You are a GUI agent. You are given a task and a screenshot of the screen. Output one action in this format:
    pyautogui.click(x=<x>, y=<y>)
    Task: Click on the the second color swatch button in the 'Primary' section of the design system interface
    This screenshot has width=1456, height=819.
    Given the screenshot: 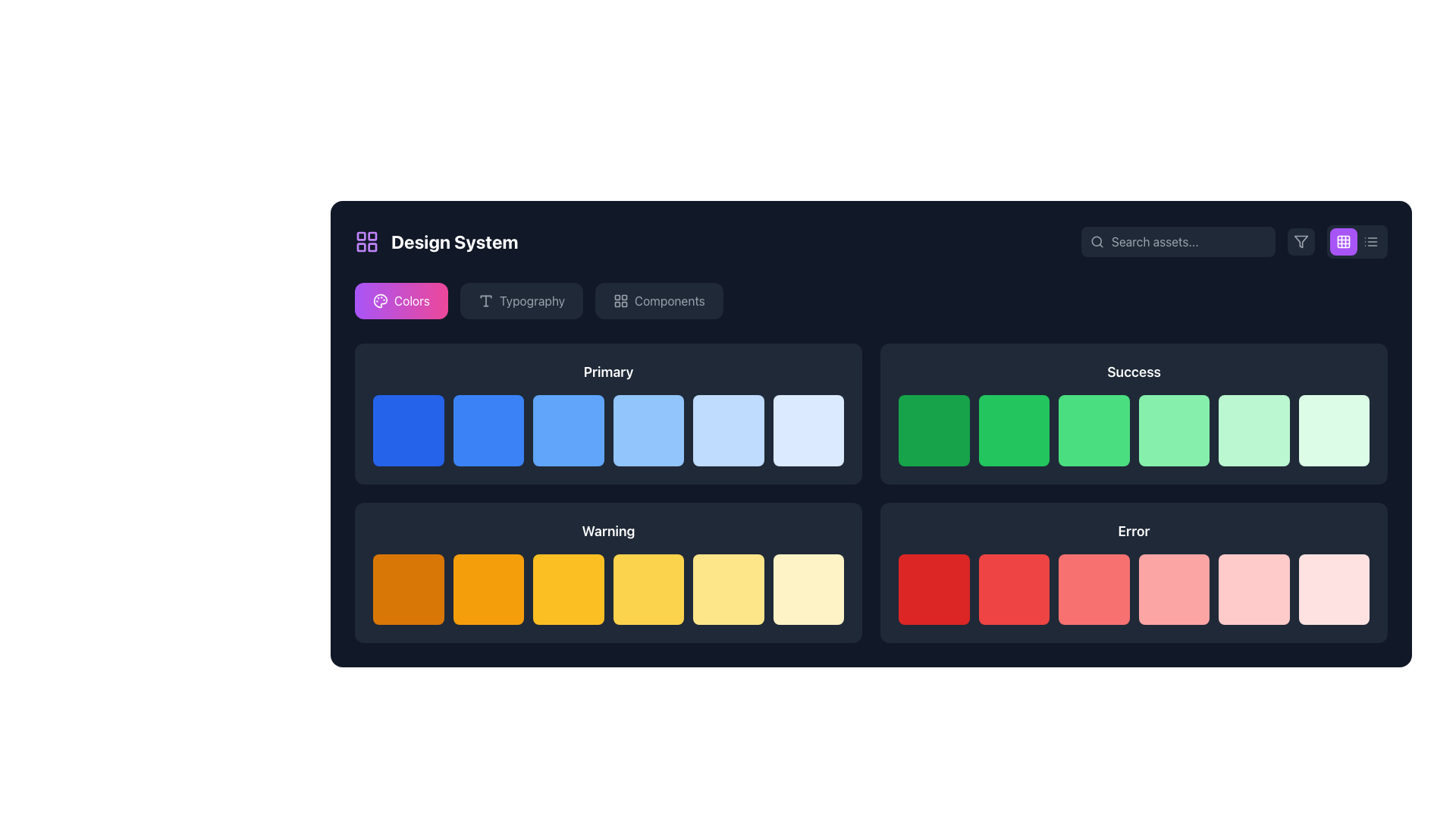 What is the action you would take?
    pyautogui.click(x=488, y=430)
    